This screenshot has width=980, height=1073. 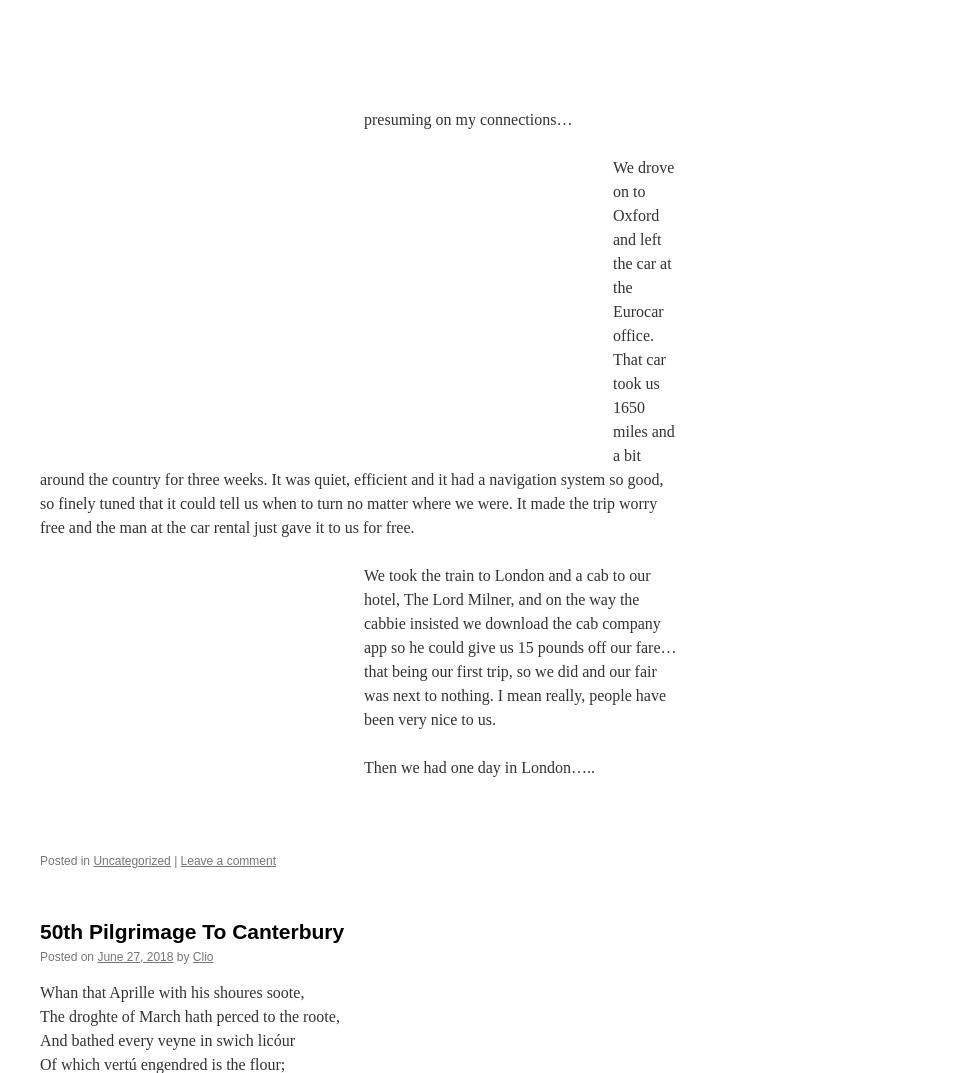 I want to click on 'The droghte of March hath perced to the roote,', so click(x=189, y=1015).